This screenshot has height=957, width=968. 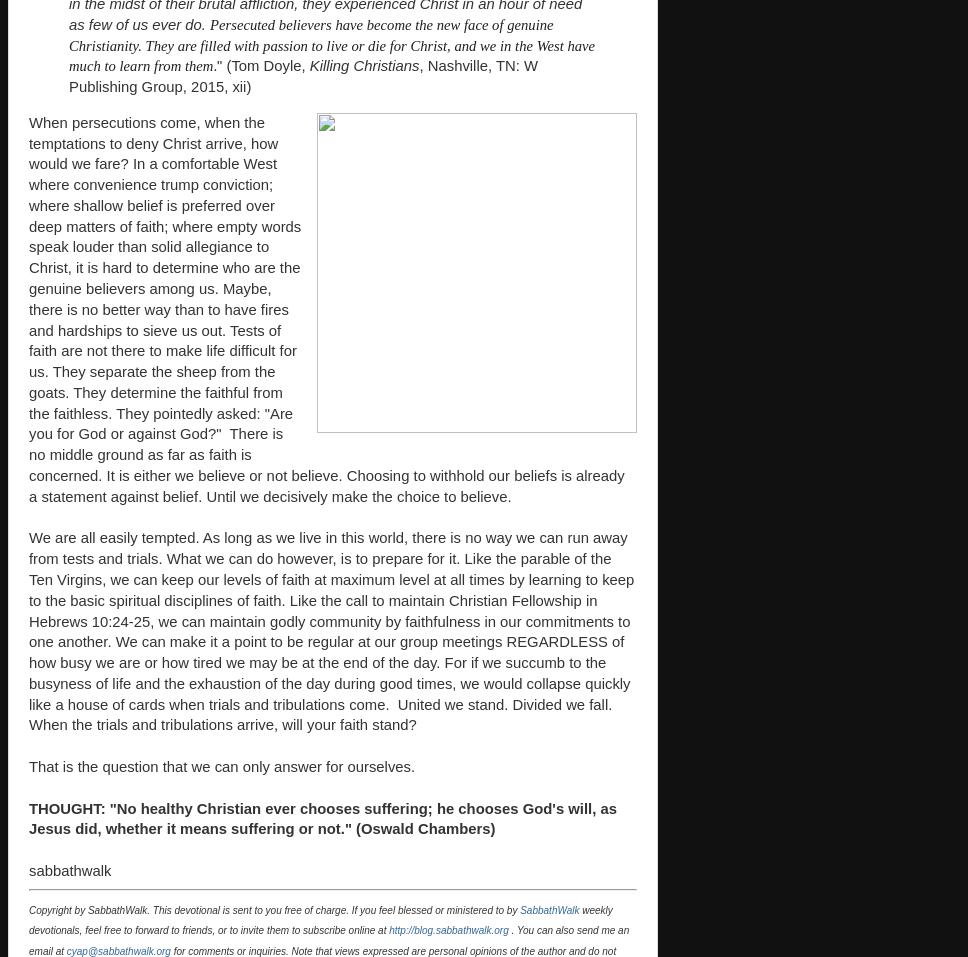 What do you see at coordinates (363, 65) in the screenshot?
I see `'Killing Christians'` at bounding box center [363, 65].